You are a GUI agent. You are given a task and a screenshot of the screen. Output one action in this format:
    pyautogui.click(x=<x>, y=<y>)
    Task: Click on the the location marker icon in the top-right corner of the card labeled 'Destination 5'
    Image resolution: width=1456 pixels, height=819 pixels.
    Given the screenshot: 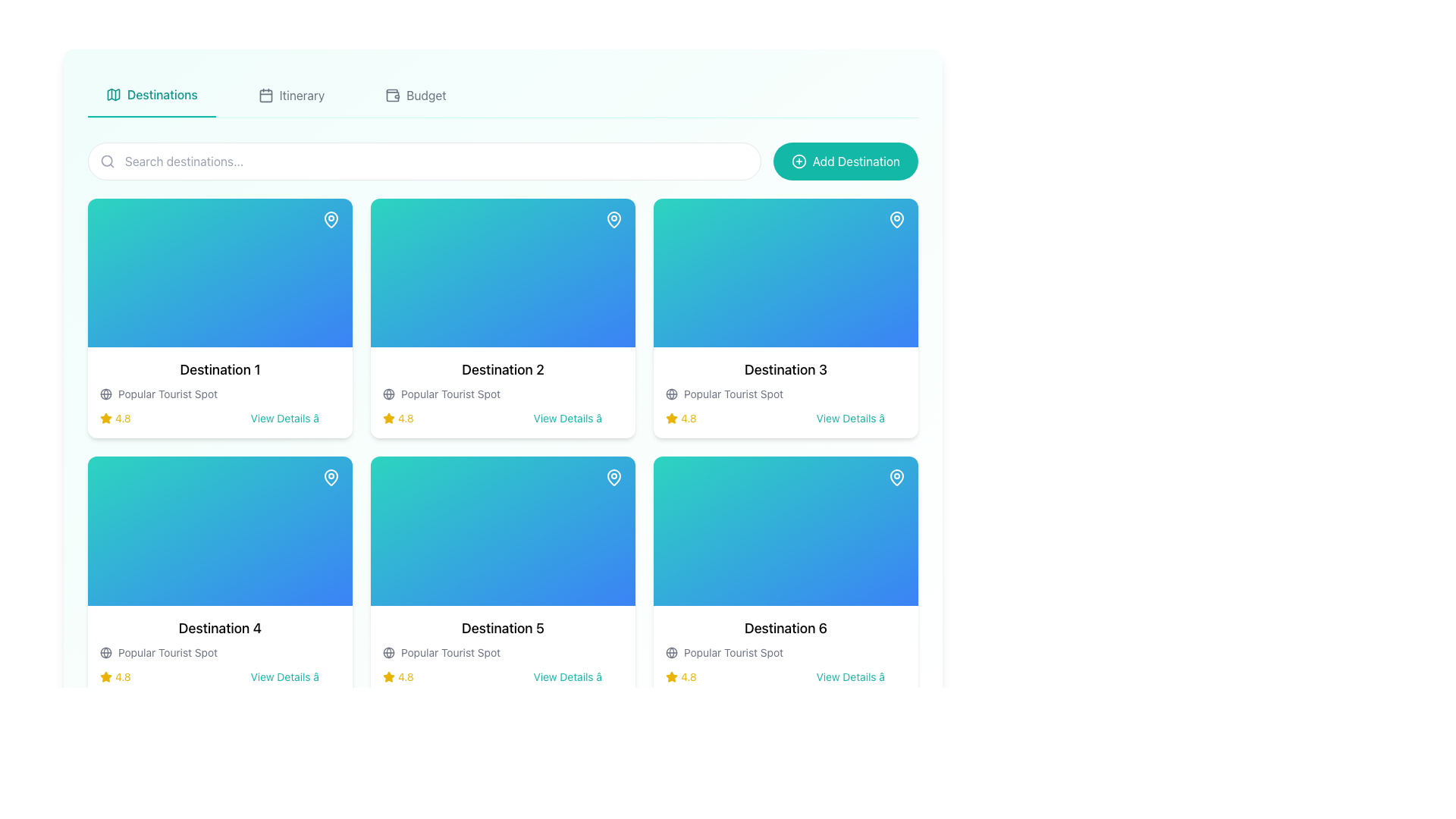 What is the action you would take?
    pyautogui.click(x=614, y=476)
    